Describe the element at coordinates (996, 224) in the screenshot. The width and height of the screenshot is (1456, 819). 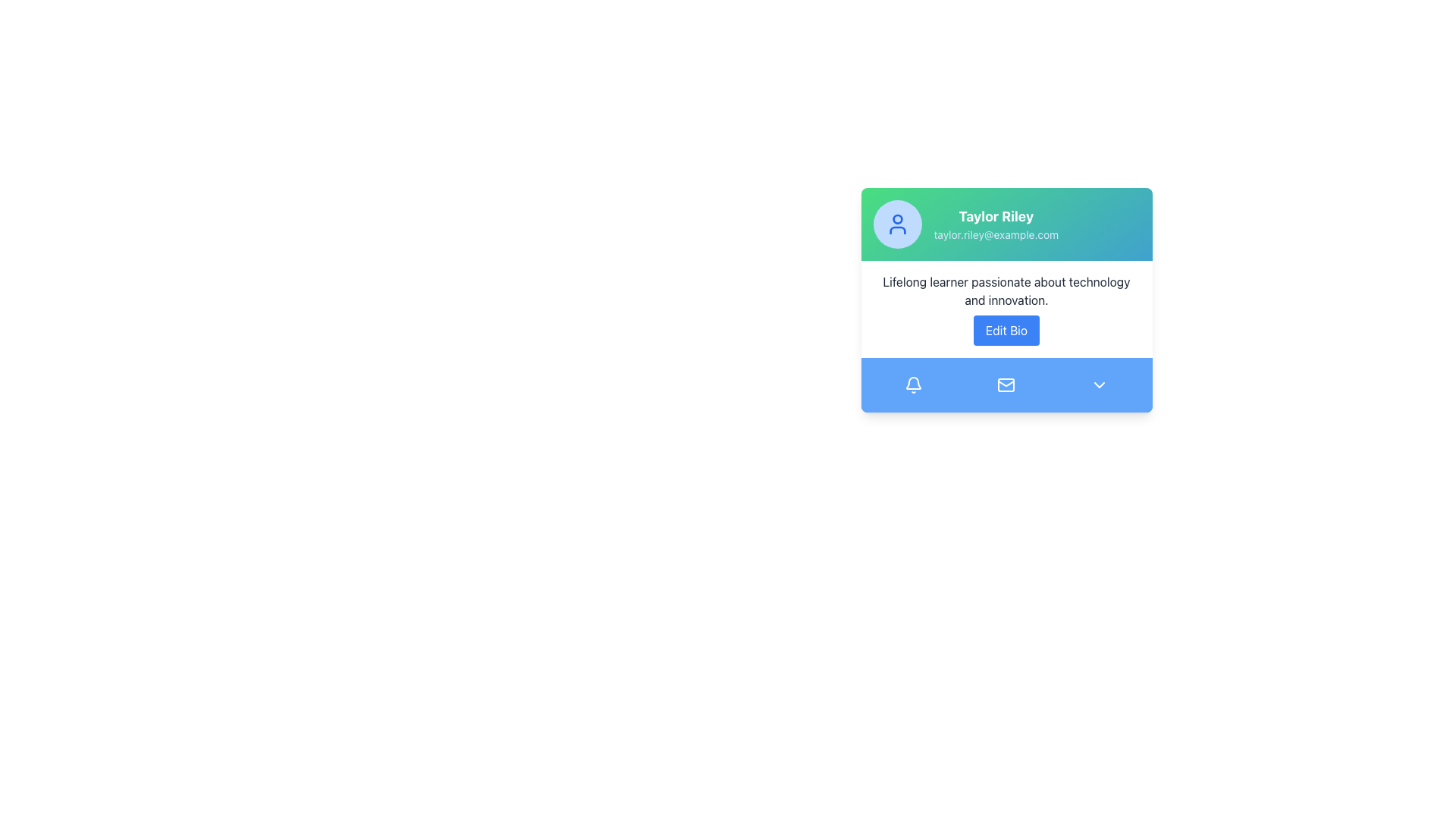
I see `the email address displayed in the user information text block to copy it` at that location.